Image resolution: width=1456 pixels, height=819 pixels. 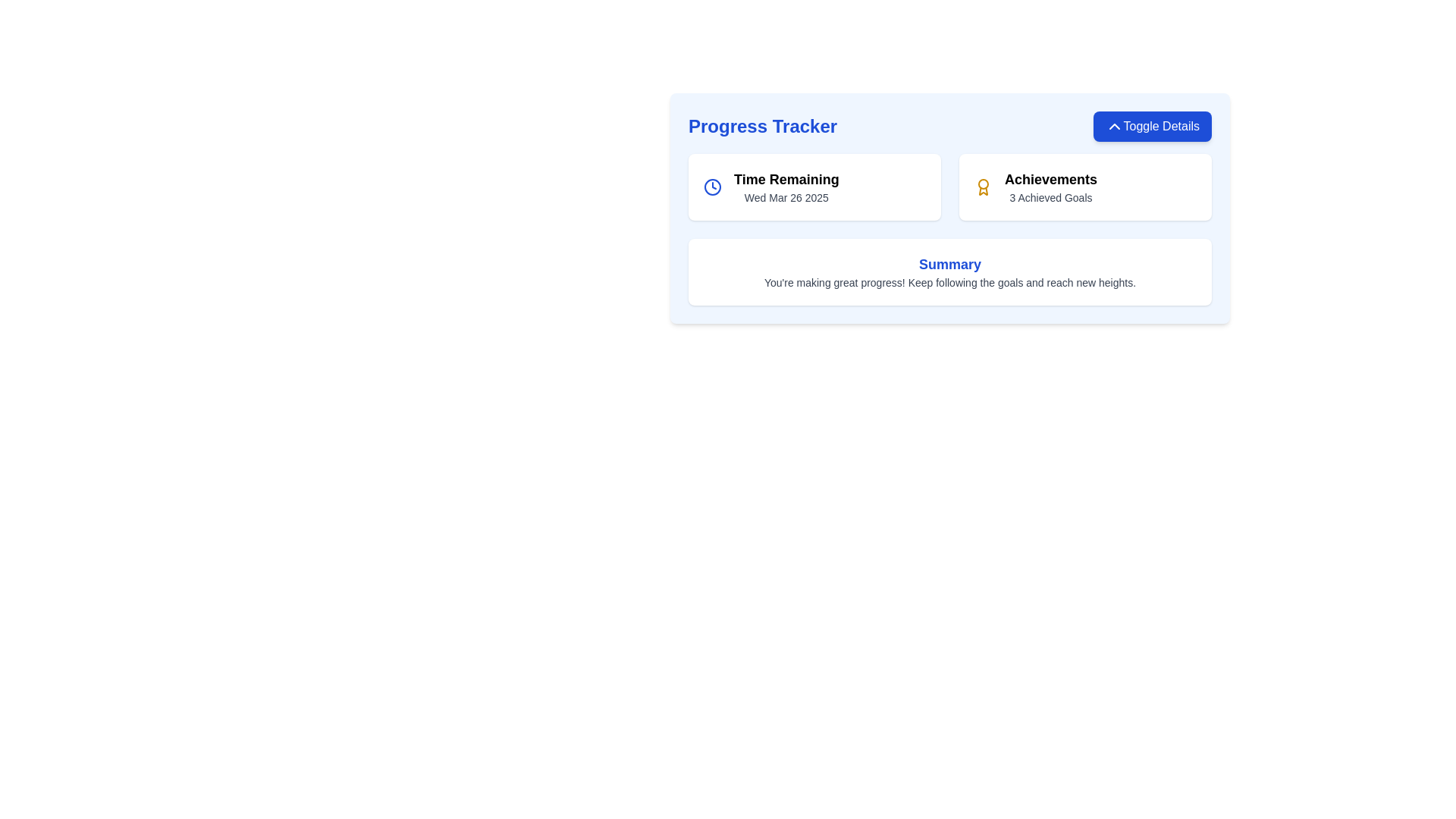 I want to click on the blue clock icon with a clean outline design, located to the left of the 'Time Remaining' label within a white card layout, so click(x=712, y=186).